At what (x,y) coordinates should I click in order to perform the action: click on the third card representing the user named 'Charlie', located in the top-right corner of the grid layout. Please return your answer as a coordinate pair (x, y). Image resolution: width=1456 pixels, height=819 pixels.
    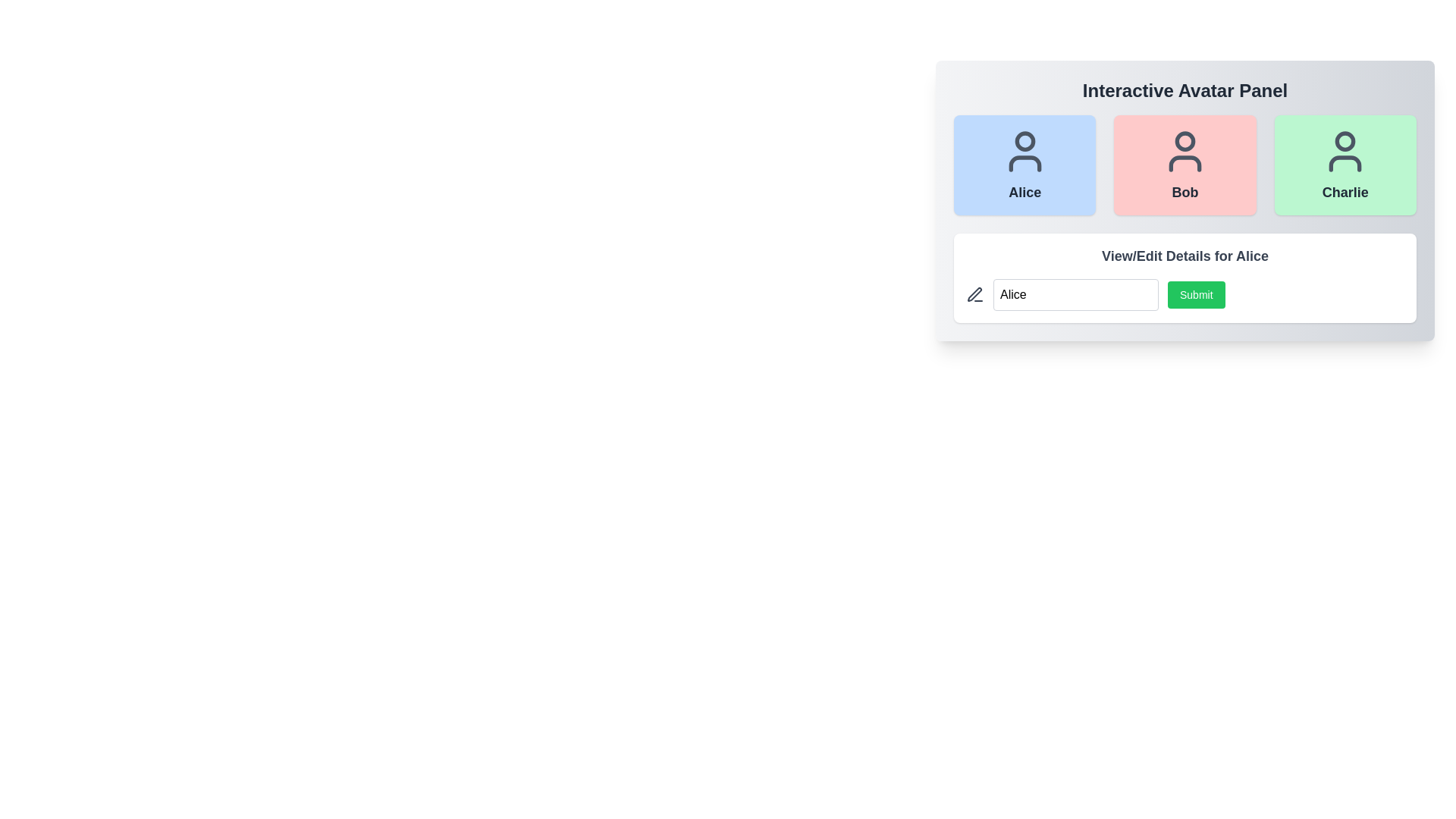
    Looking at the image, I should click on (1345, 165).